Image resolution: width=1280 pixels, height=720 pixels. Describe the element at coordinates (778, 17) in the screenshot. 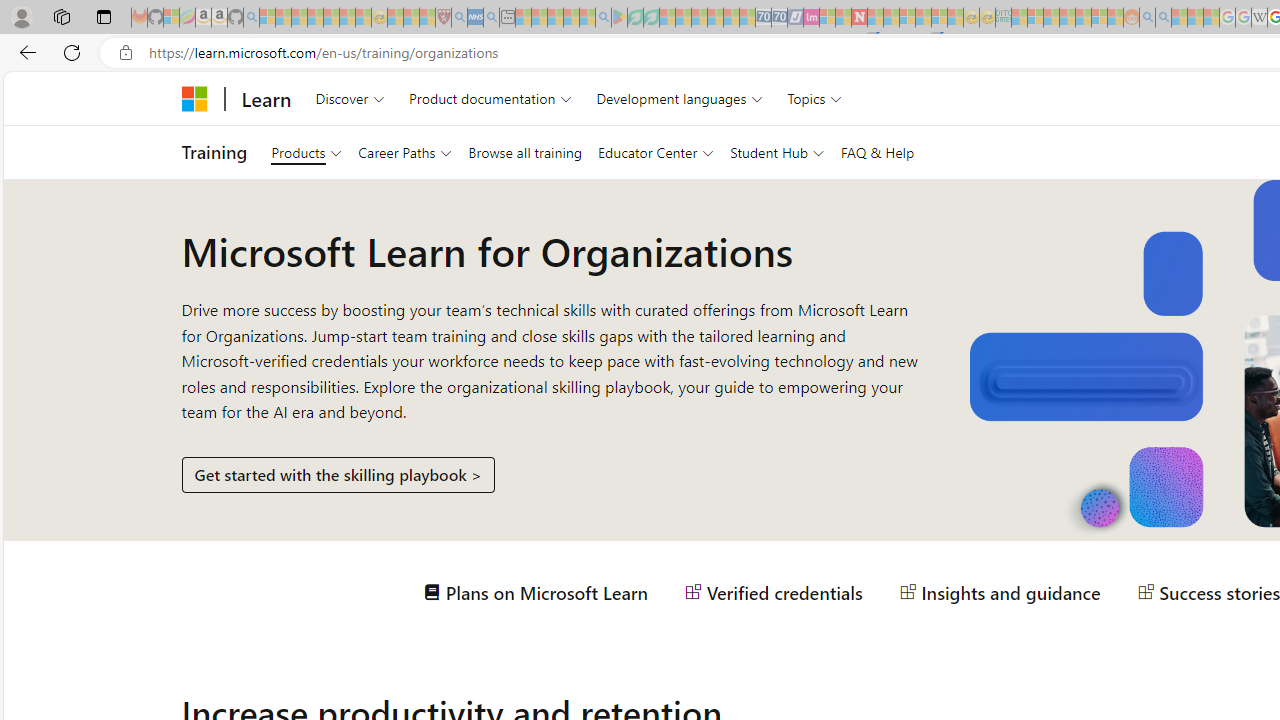

I see `'Cheap Hotels - Save70.com - Sleeping'` at that location.